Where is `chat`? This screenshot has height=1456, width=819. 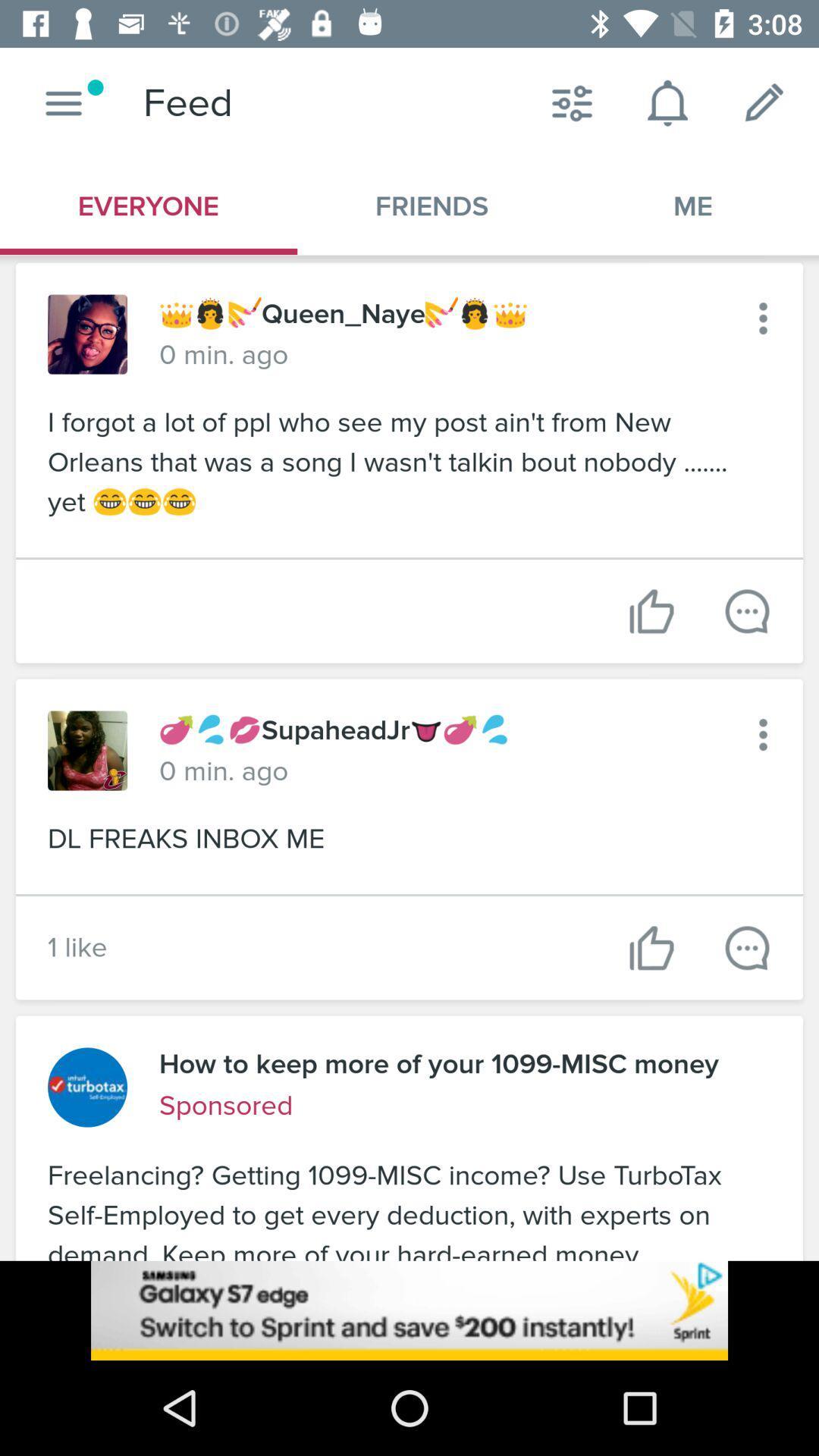 chat is located at coordinates (746, 611).